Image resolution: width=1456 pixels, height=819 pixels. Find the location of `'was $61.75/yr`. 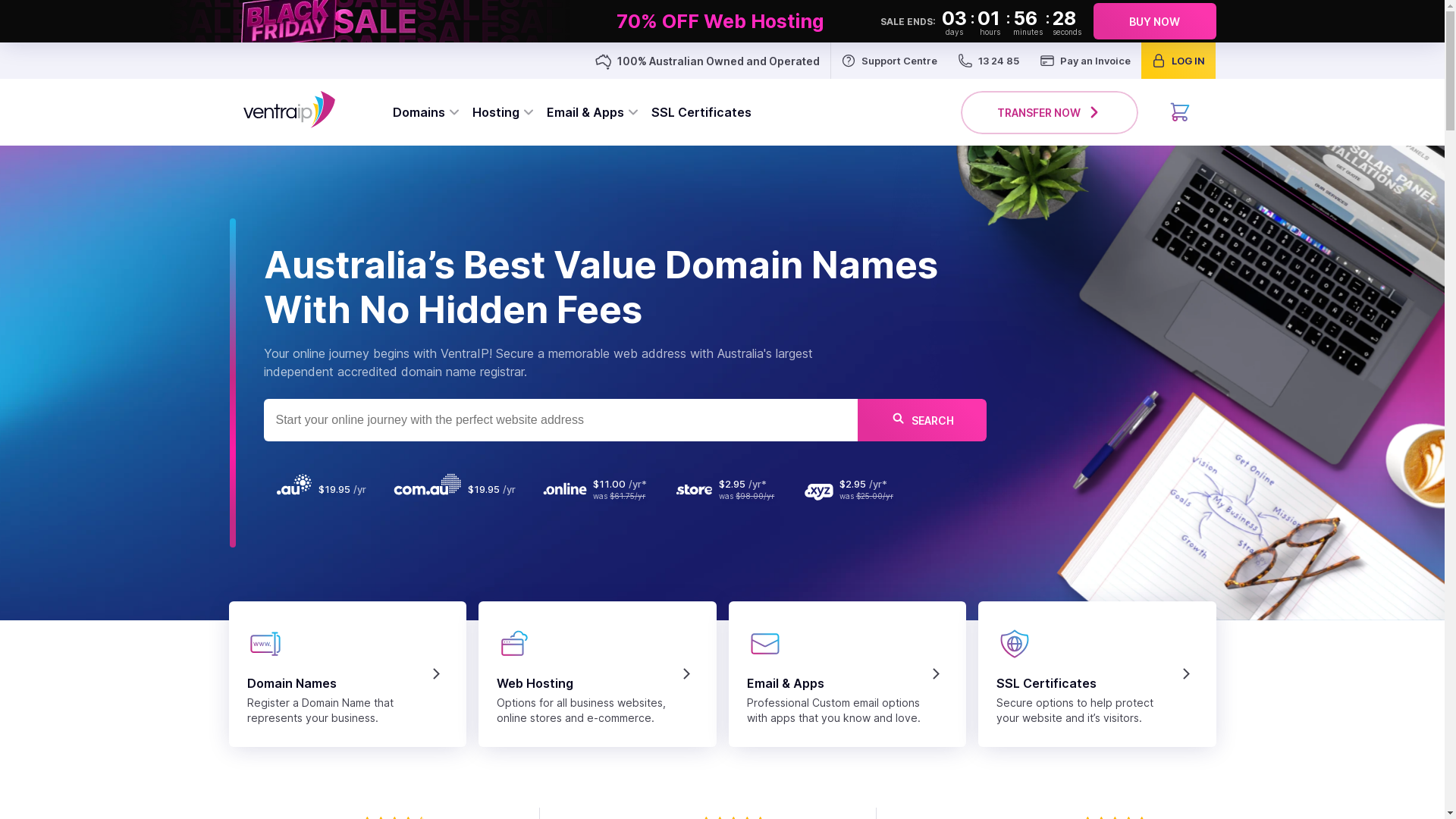

'was $61.75/yr is located at coordinates (596, 489).